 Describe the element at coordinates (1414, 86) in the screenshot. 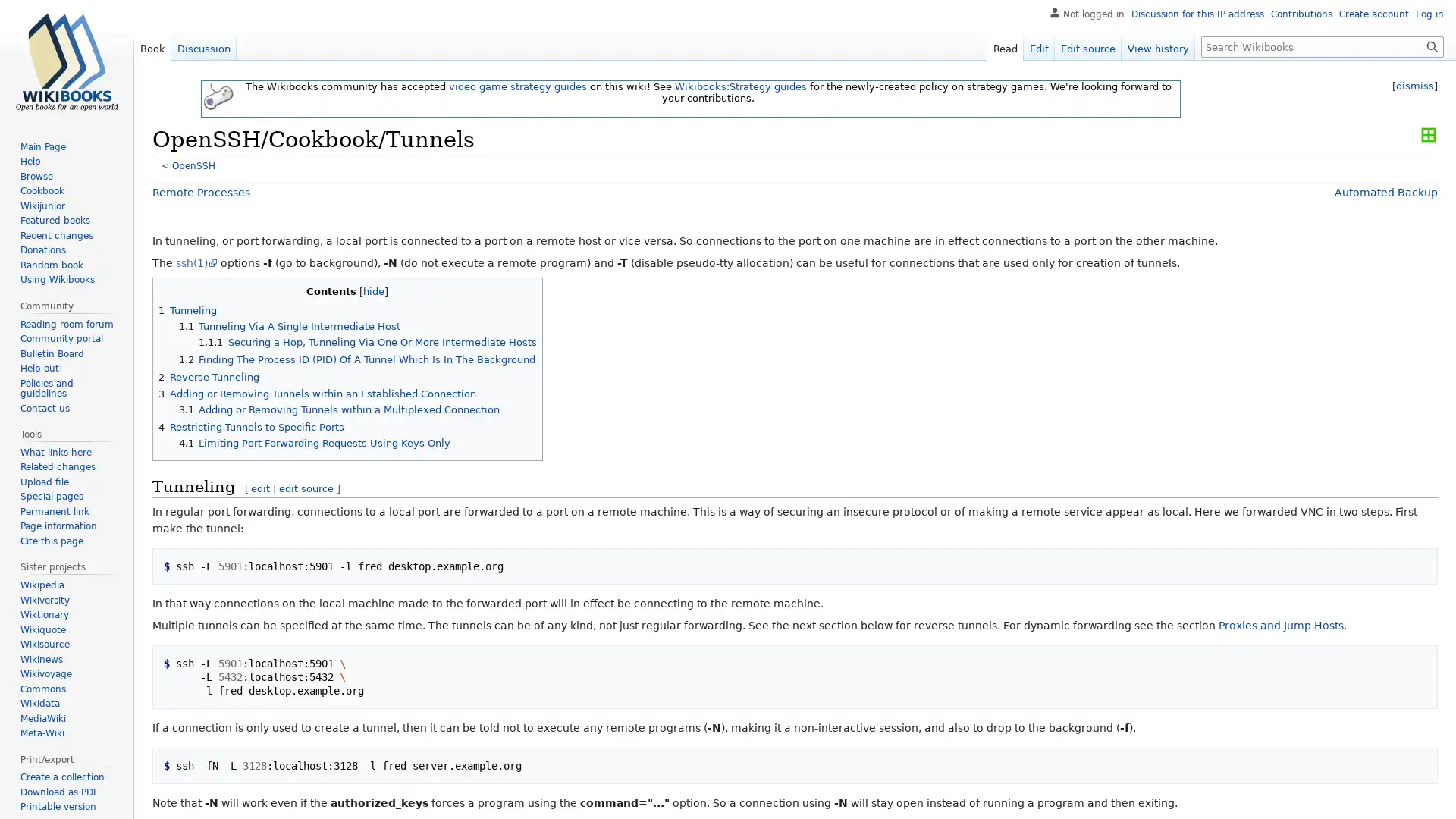

I see `dismiss` at that location.